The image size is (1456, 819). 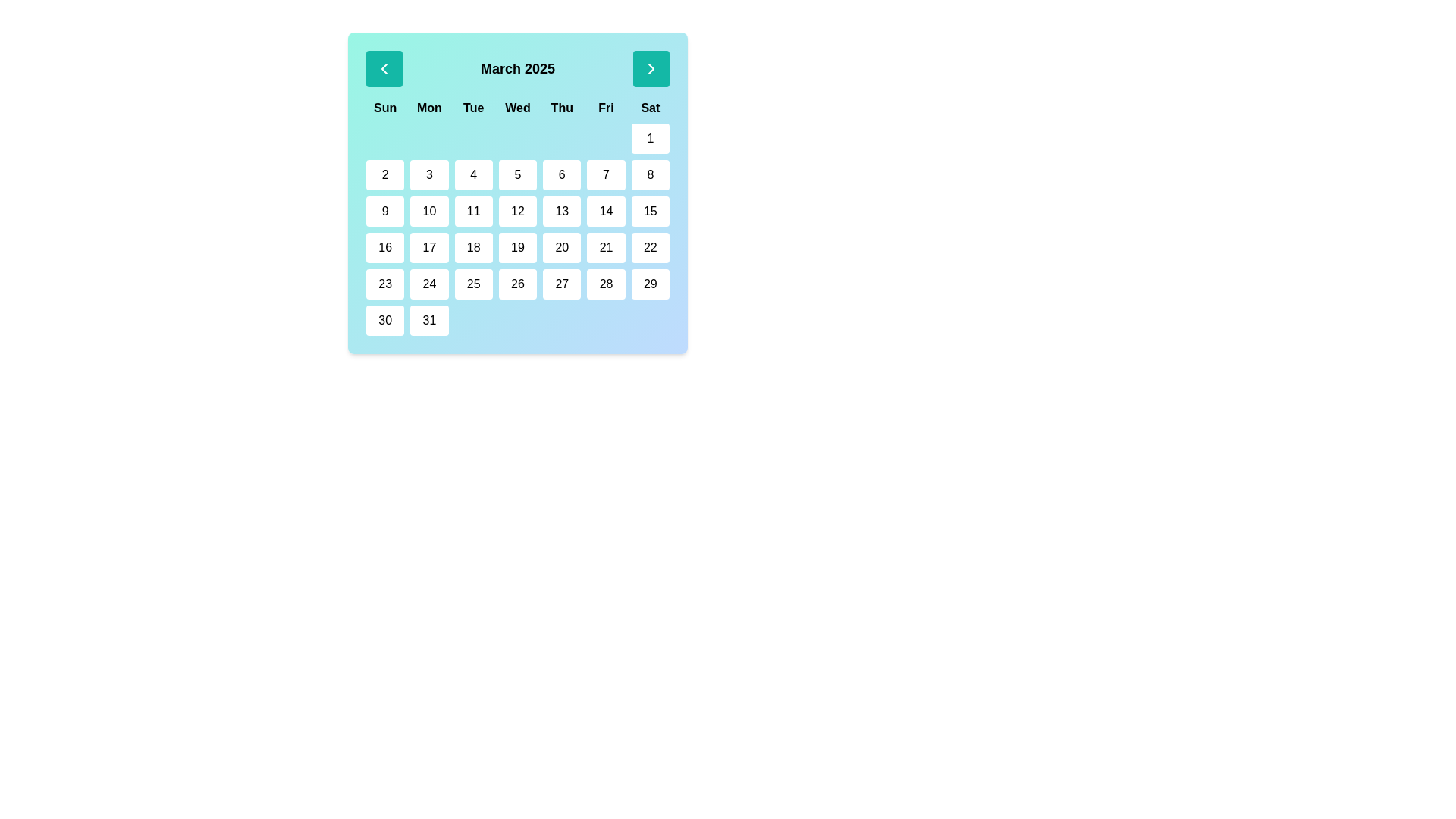 I want to click on the button representing the 14th day of the month in the calendar grid, located in the third row and sixth column, so click(x=605, y=211).